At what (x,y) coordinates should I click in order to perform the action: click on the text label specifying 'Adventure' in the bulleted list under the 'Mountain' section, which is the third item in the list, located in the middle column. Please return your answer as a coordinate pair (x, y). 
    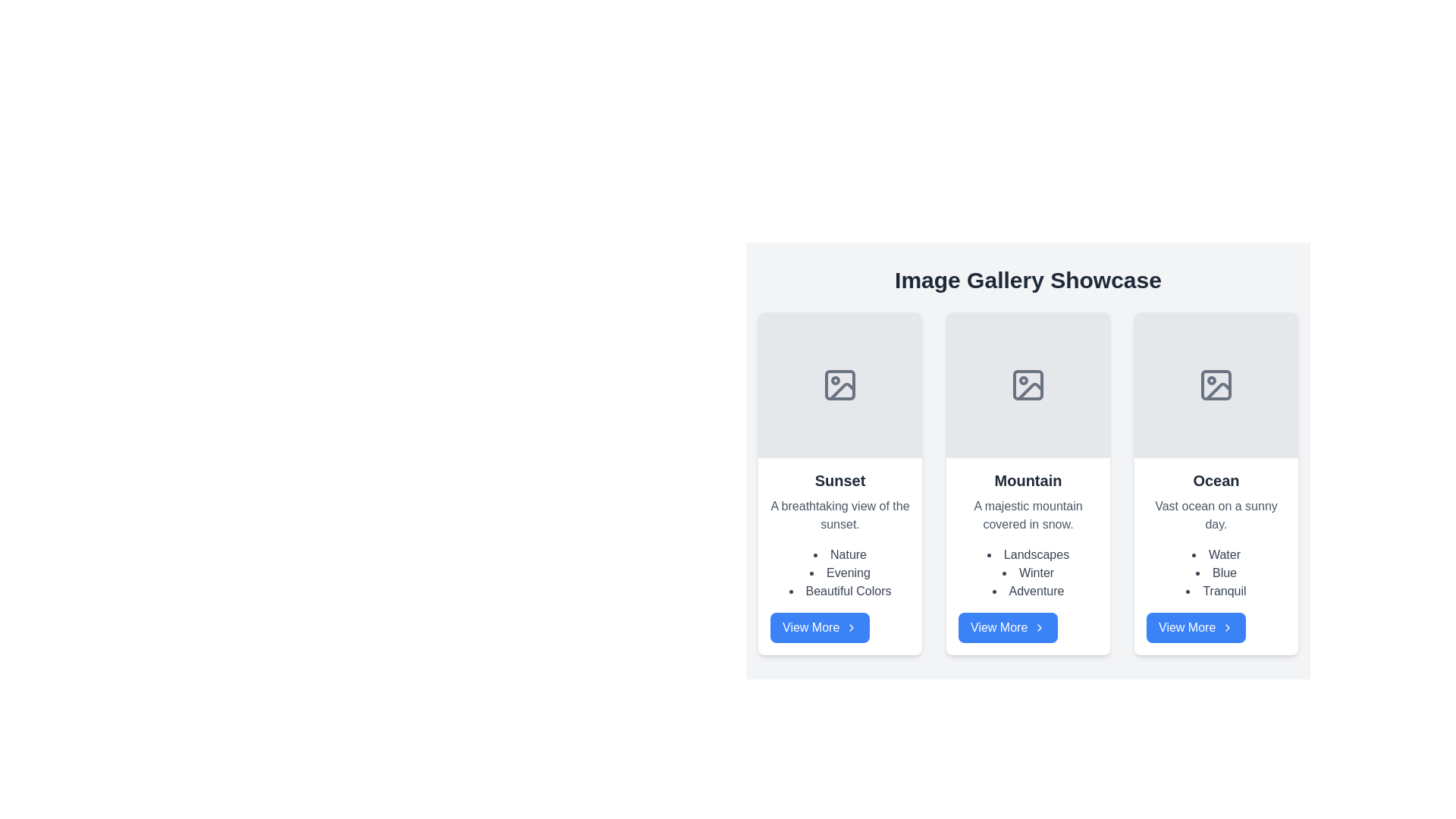
    Looking at the image, I should click on (1028, 590).